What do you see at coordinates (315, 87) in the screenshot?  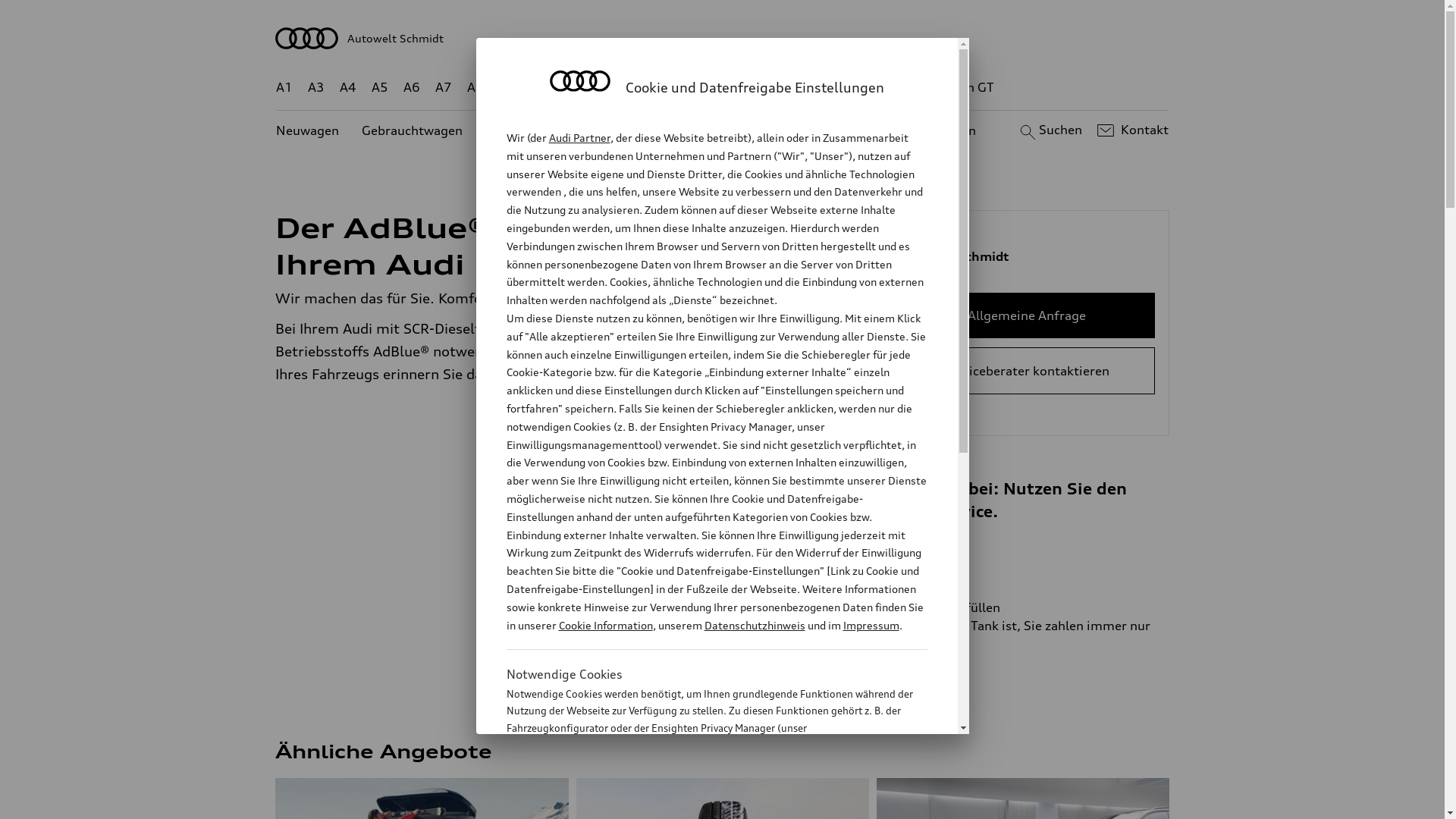 I see `'A3'` at bounding box center [315, 87].